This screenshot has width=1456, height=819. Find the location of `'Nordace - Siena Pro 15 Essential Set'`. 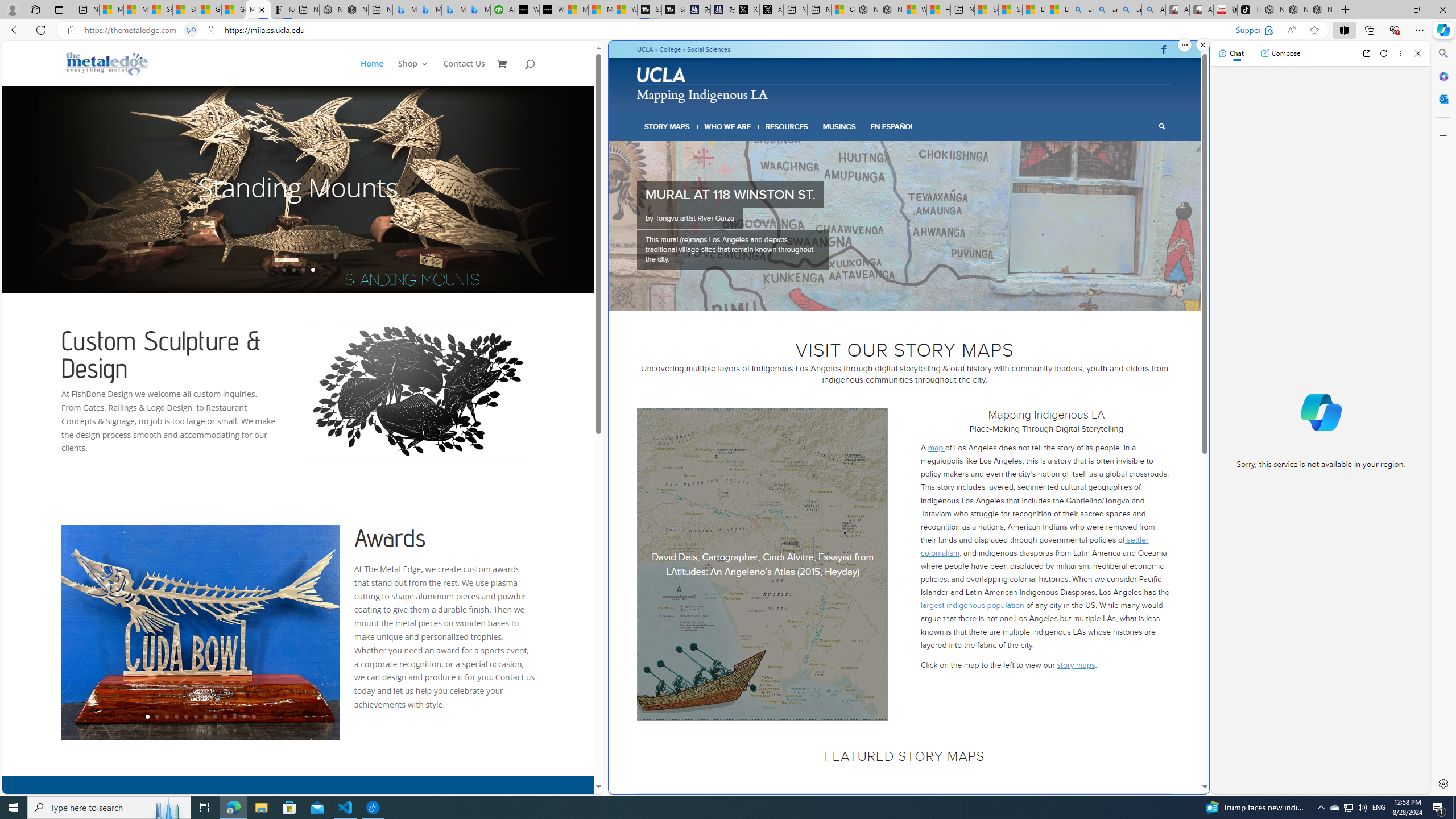

'Nordace - Siena Pro 15 Essential Set' is located at coordinates (1321, 9).